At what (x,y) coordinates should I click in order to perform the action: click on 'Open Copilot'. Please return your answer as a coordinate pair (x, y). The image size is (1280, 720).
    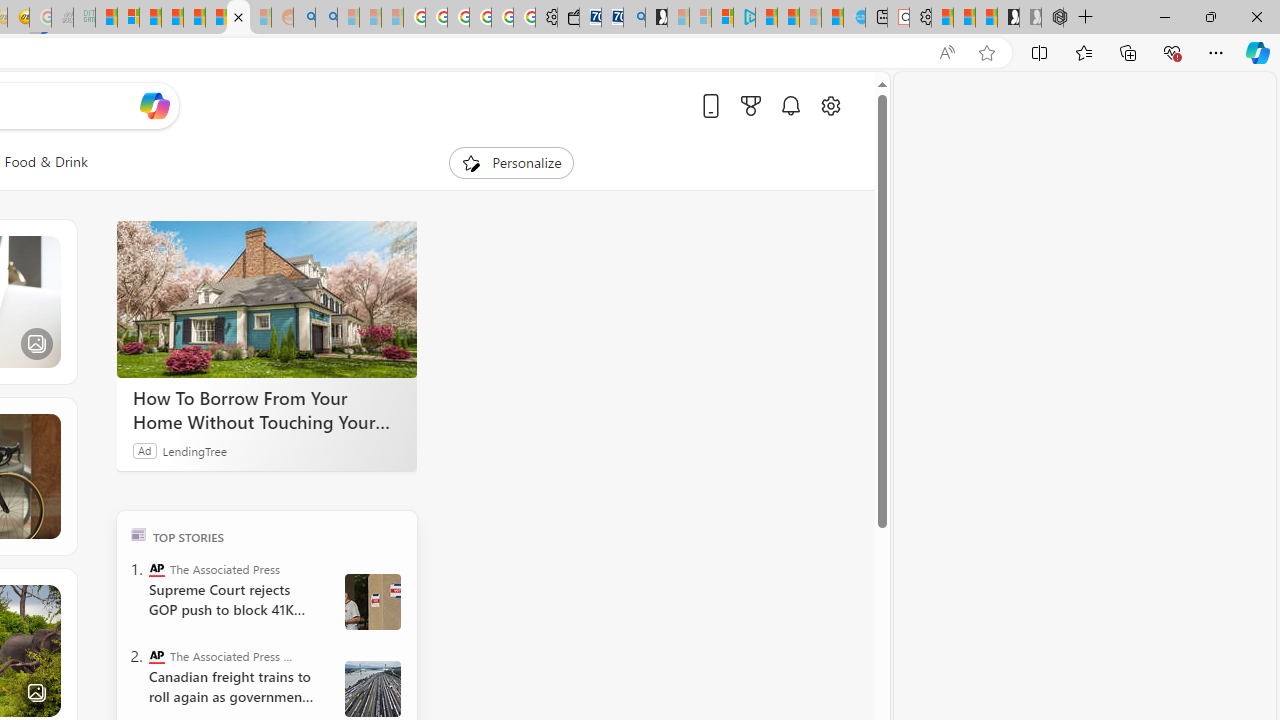
    Looking at the image, I should click on (154, 105).